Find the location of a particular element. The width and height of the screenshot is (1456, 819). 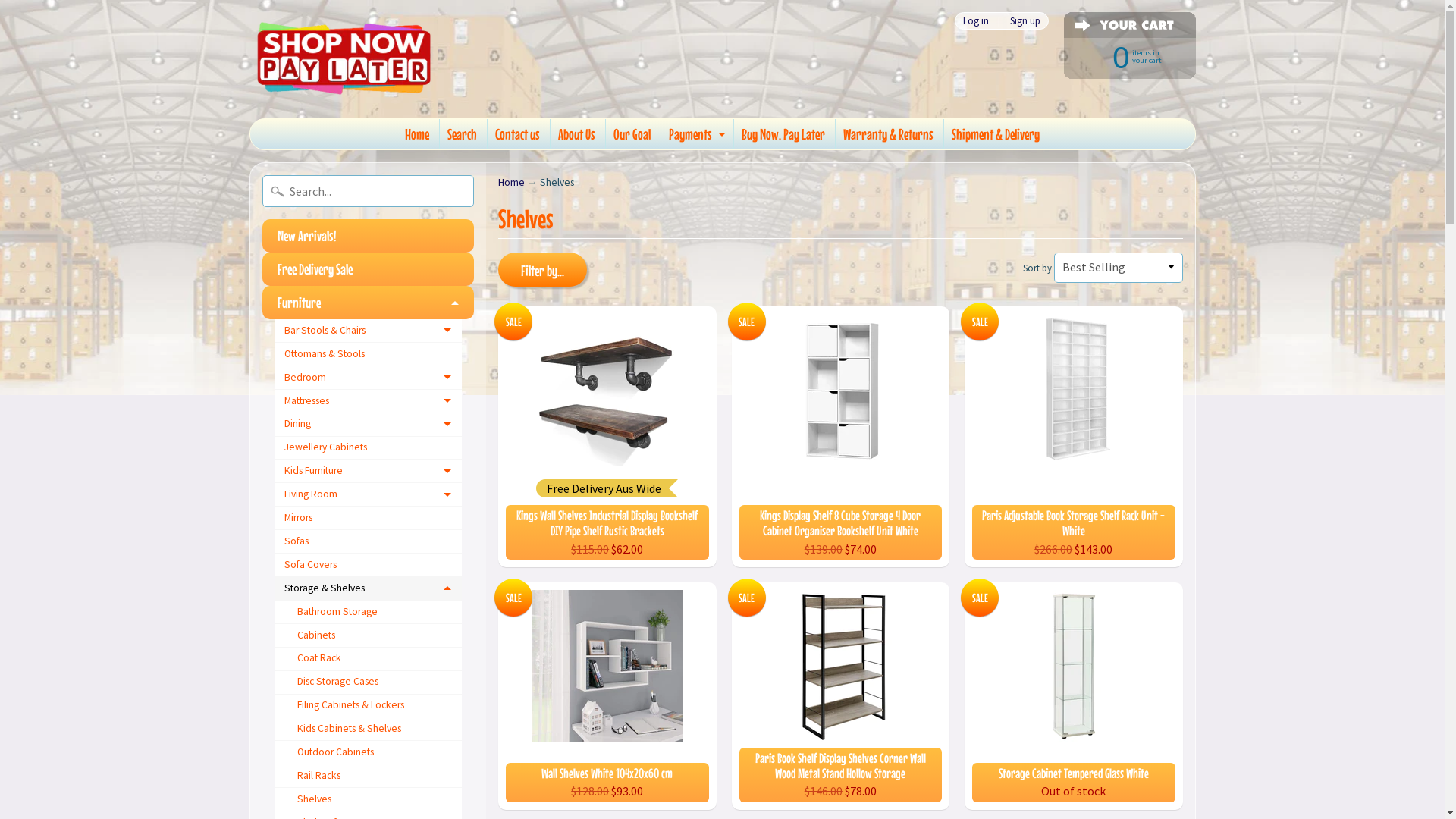

'Furniture' is located at coordinates (368, 302).